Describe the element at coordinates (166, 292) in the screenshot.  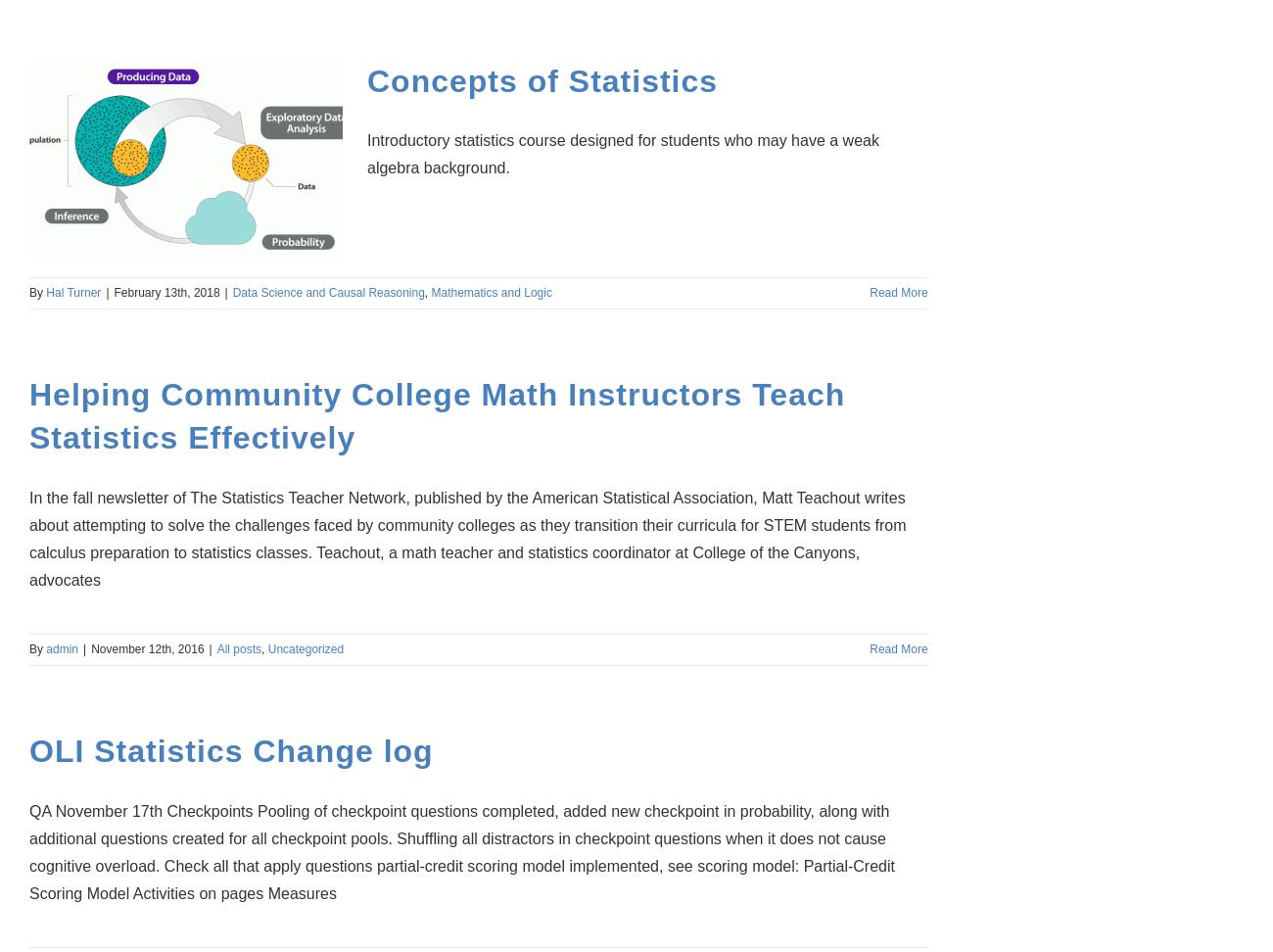
I see `'February 13th, 2018'` at that location.